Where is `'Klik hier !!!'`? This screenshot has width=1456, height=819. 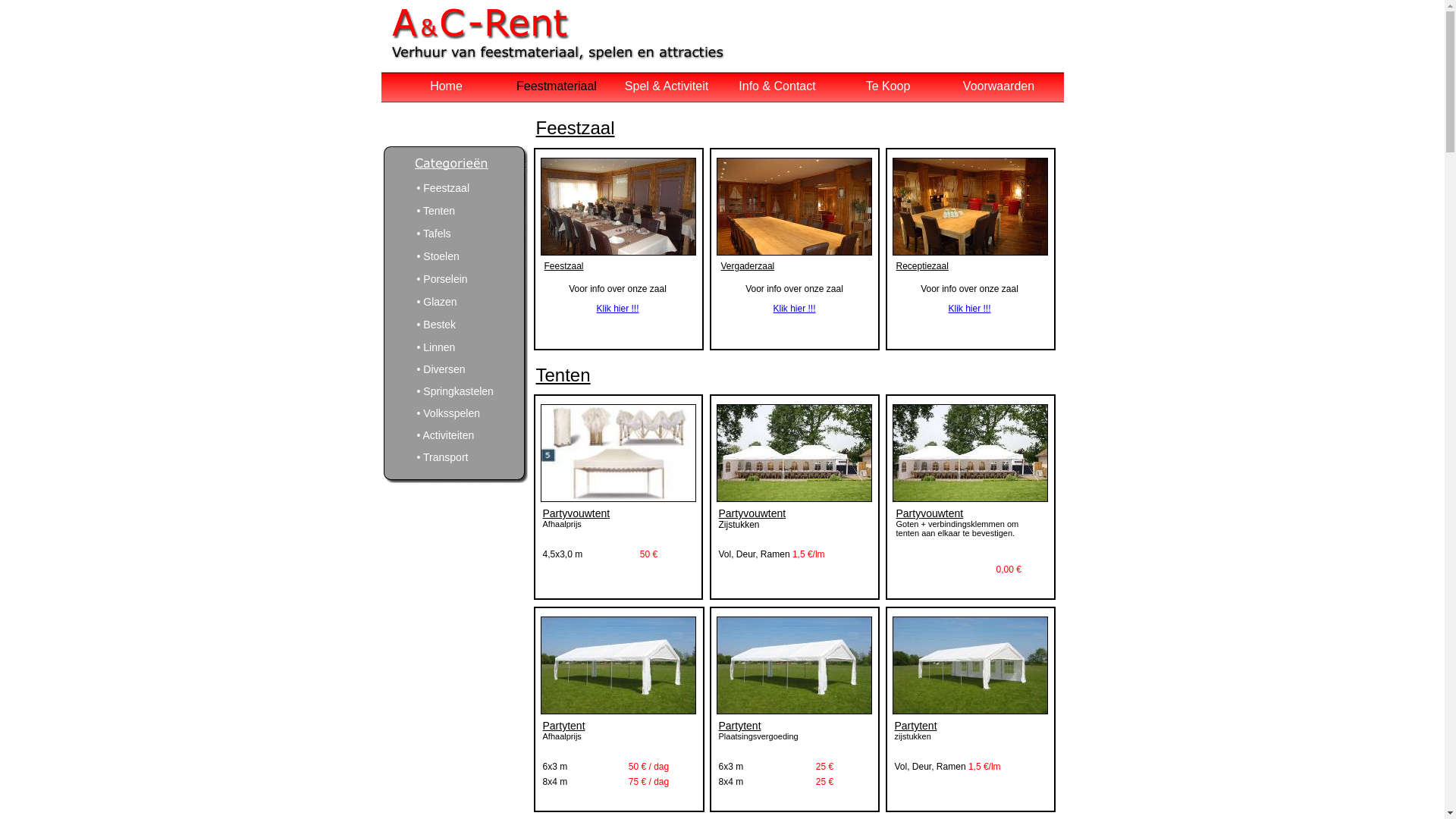 'Klik hier !!!' is located at coordinates (595, 308).